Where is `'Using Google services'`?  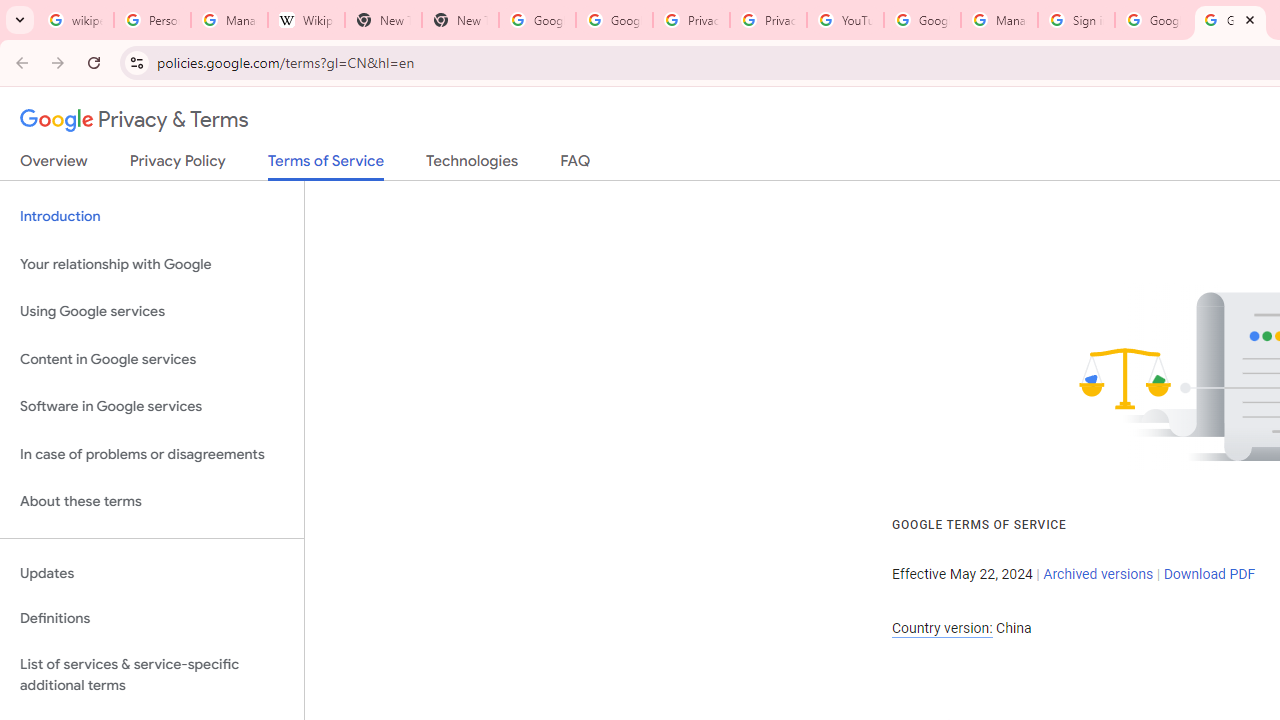
'Using Google services' is located at coordinates (151, 312).